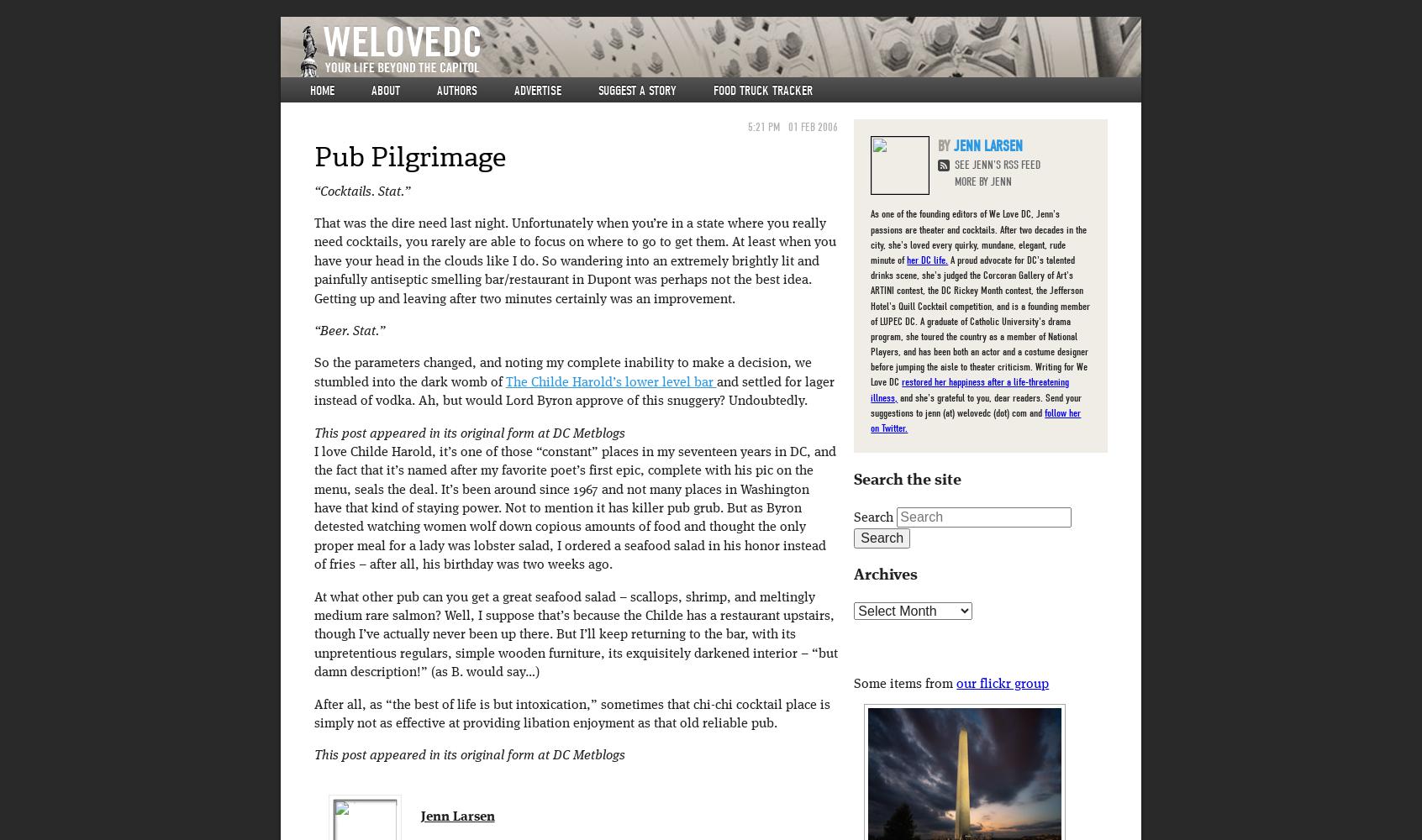 This screenshot has height=840, width=1422. What do you see at coordinates (975, 403) in the screenshot?
I see `'and she's grateful to you, dear readers. Send your suggestions to jenn (at) welovedc (dot) com and'` at bounding box center [975, 403].